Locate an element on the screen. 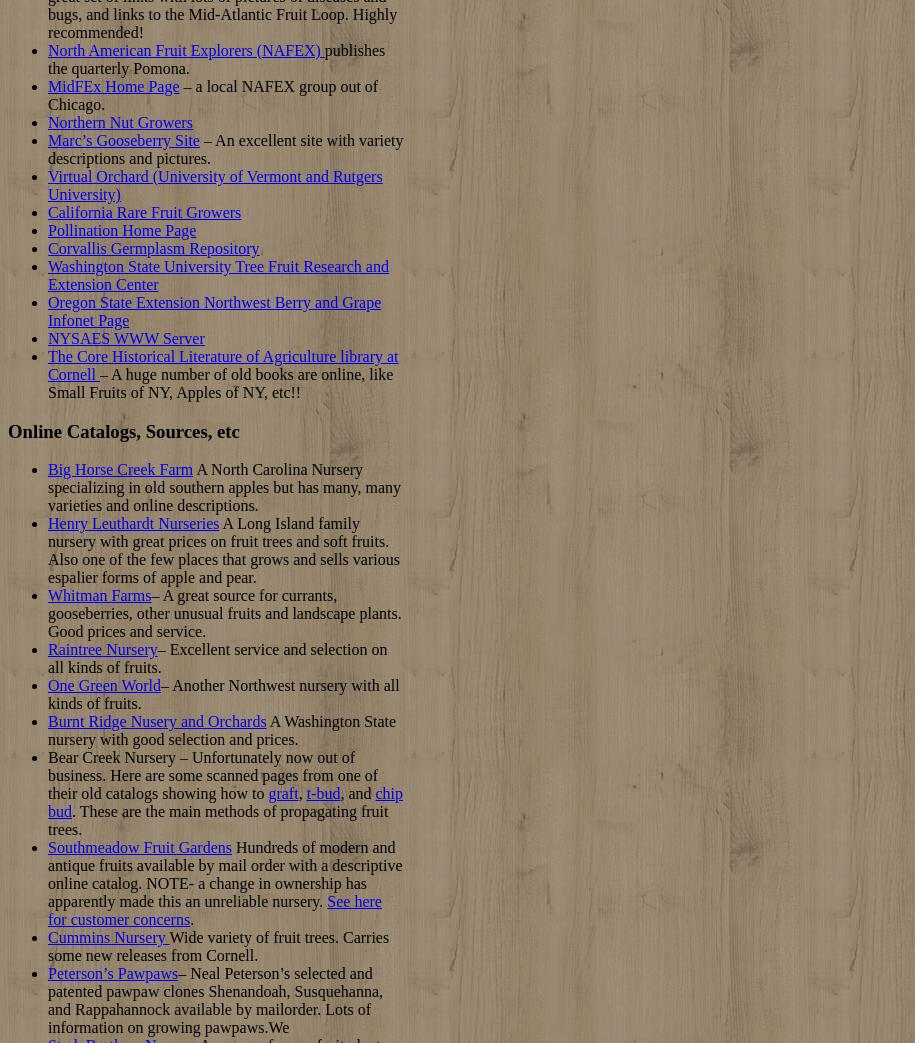  '– Another Northwest nursery with all kinds of fruits.' is located at coordinates (223, 694).